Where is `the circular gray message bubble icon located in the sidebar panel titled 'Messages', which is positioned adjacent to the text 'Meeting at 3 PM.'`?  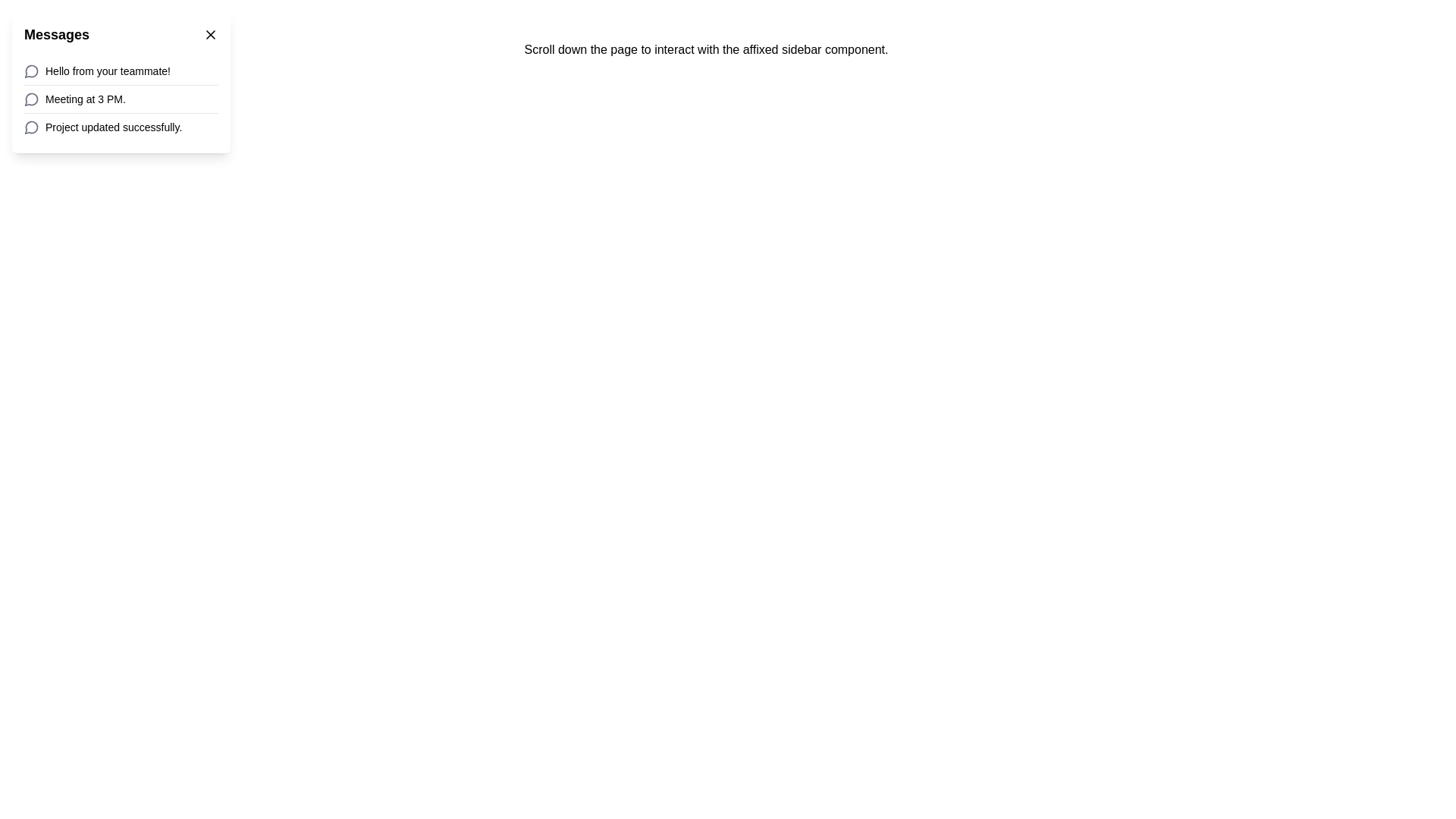 the circular gray message bubble icon located in the sidebar panel titled 'Messages', which is positioned adjacent to the text 'Meeting at 3 PM.' is located at coordinates (31, 99).